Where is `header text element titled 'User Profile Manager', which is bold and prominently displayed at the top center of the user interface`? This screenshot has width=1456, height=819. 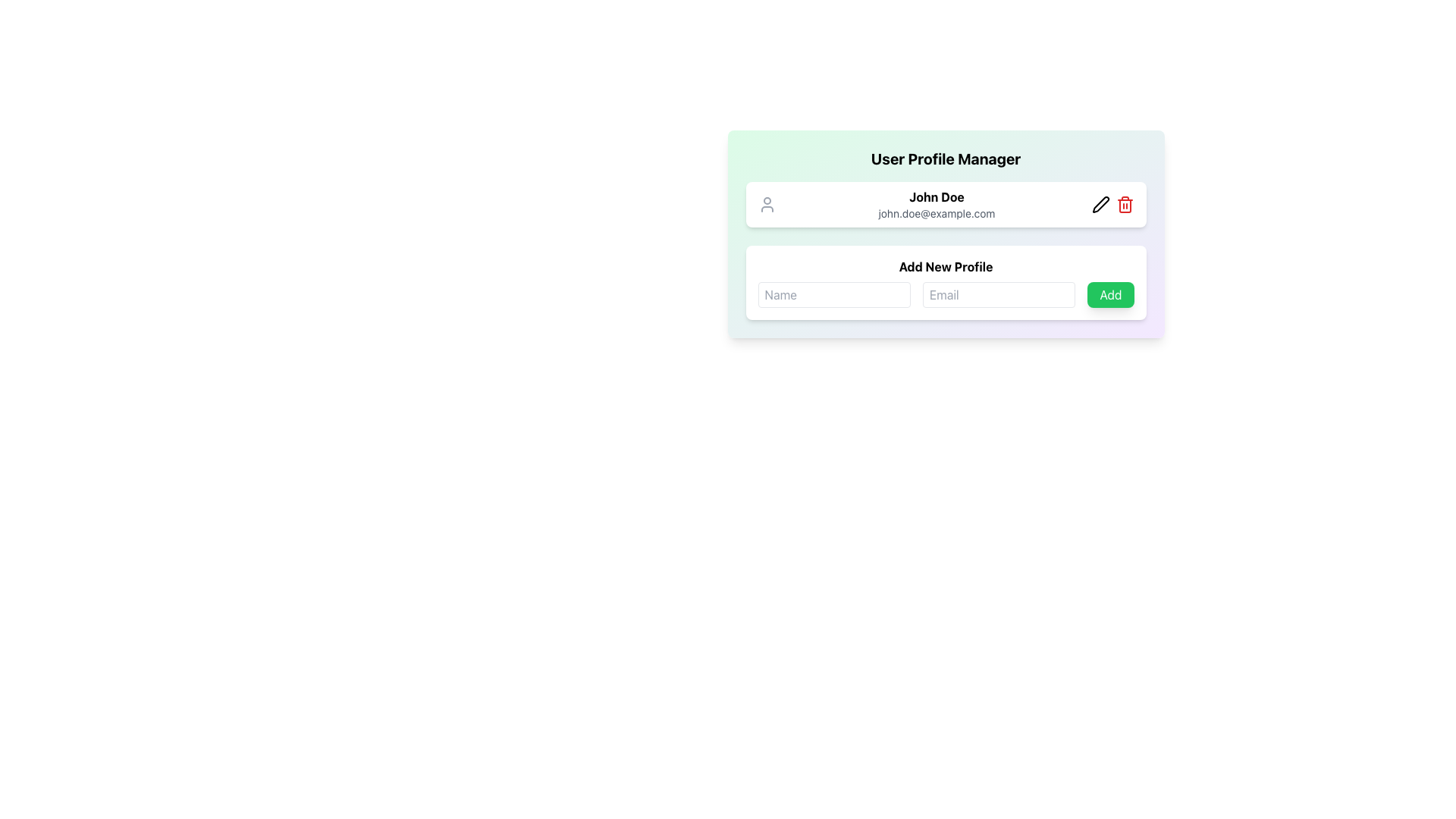
header text element titled 'User Profile Manager', which is bold and prominently displayed at the top center of the user interface is located at coordinates (945, 158).